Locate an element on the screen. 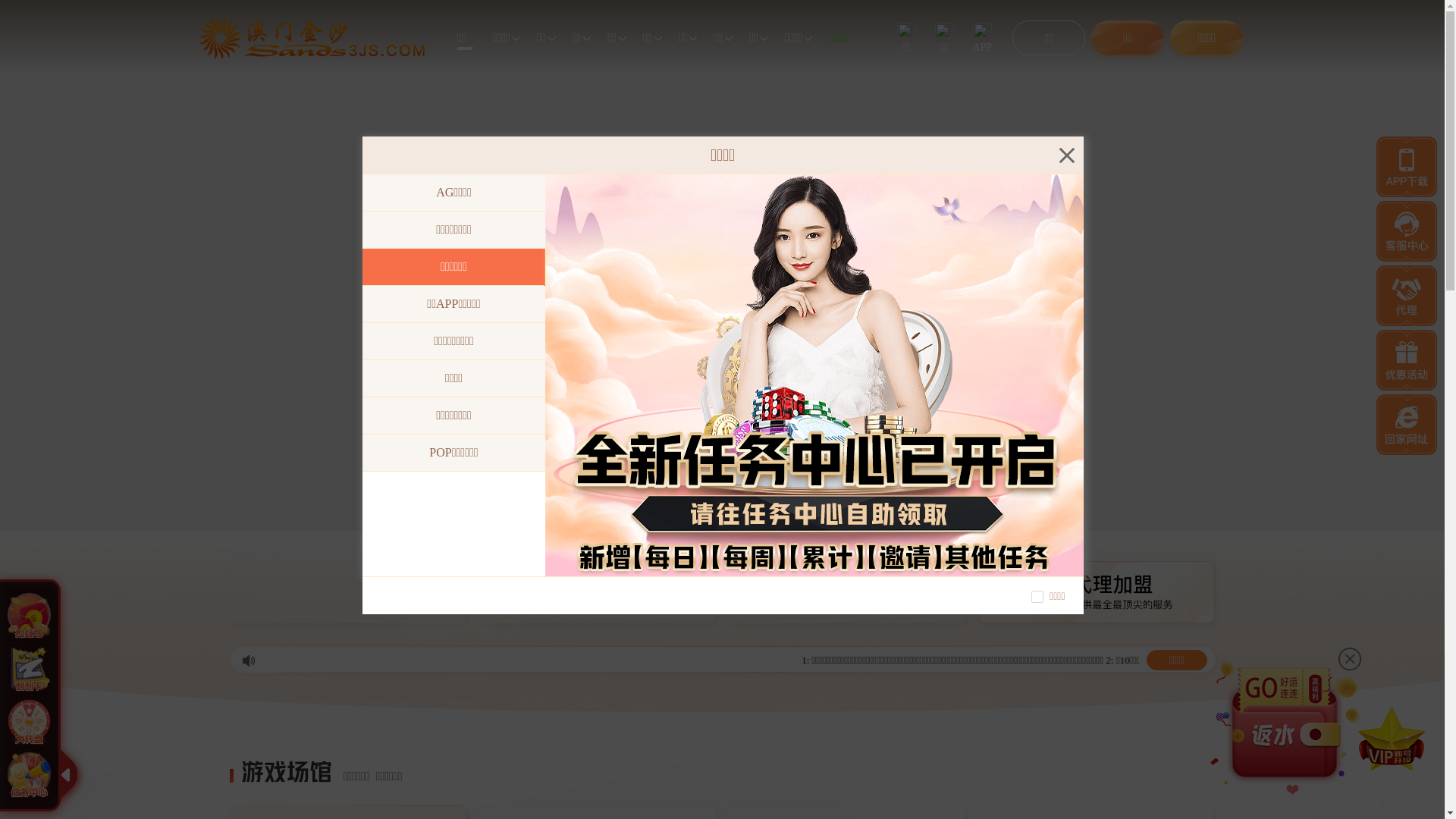 This screenshot has width=1456, height=819. 'APP' is located at coordinates (982, 37).